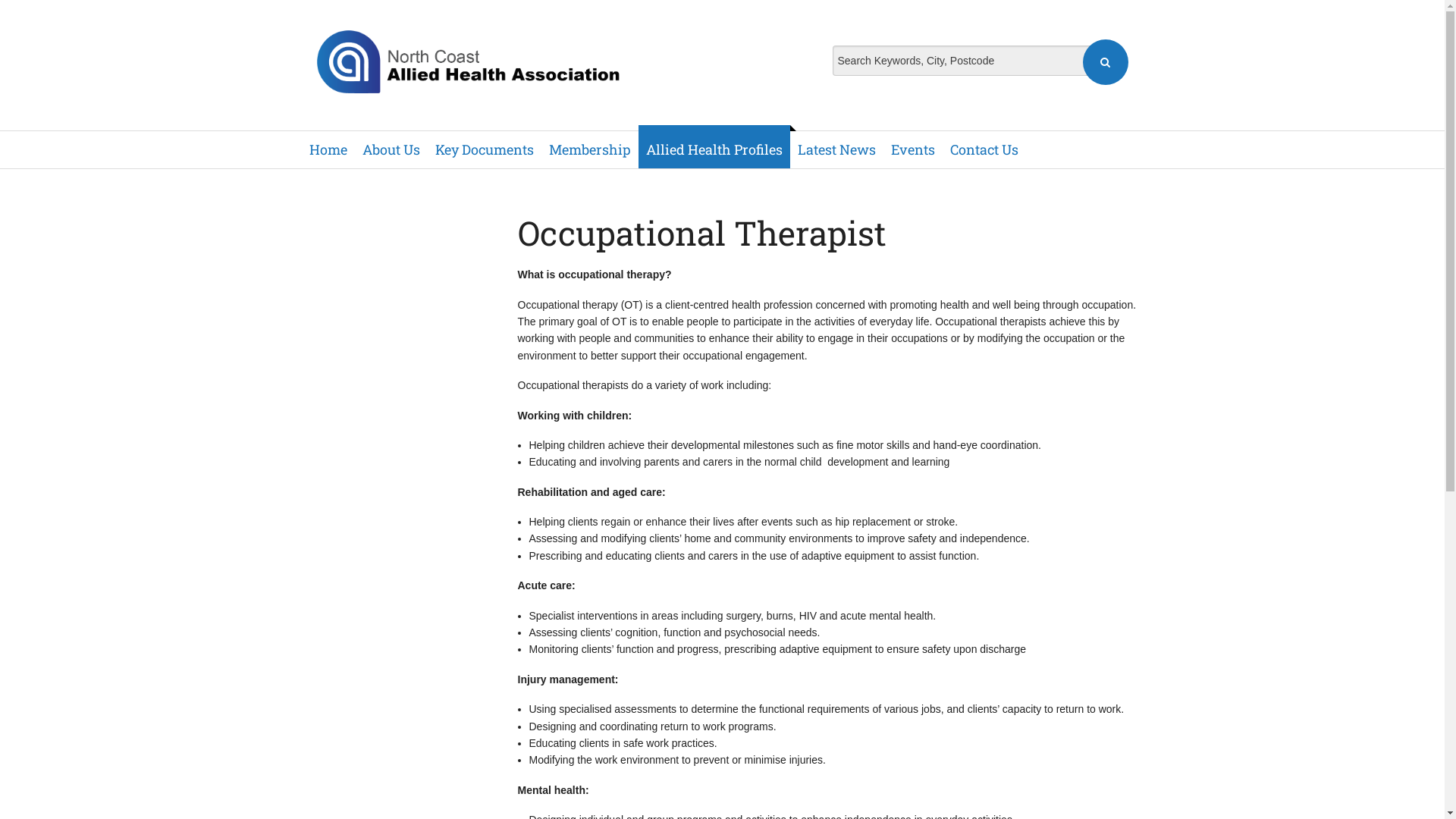  What do you see at coordinates (912, 149) in the screenshot?
I see `'Events'` at bounding box center [912, 149].